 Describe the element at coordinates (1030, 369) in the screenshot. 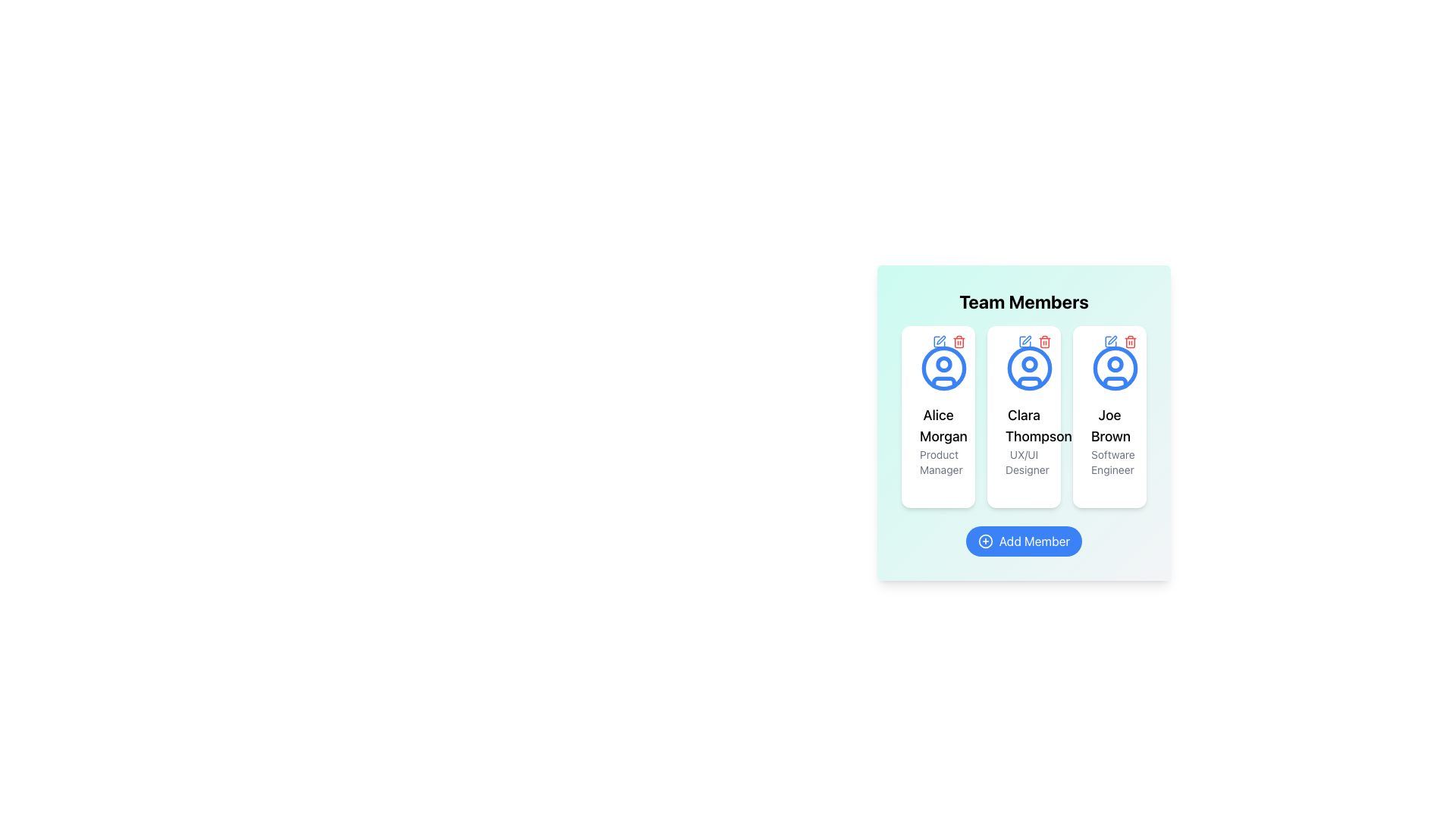

I see `the circular graphic icon representing the user, styled in blue, located at the top-center of the card displaying information about 'Clara Thompson'` at that location.